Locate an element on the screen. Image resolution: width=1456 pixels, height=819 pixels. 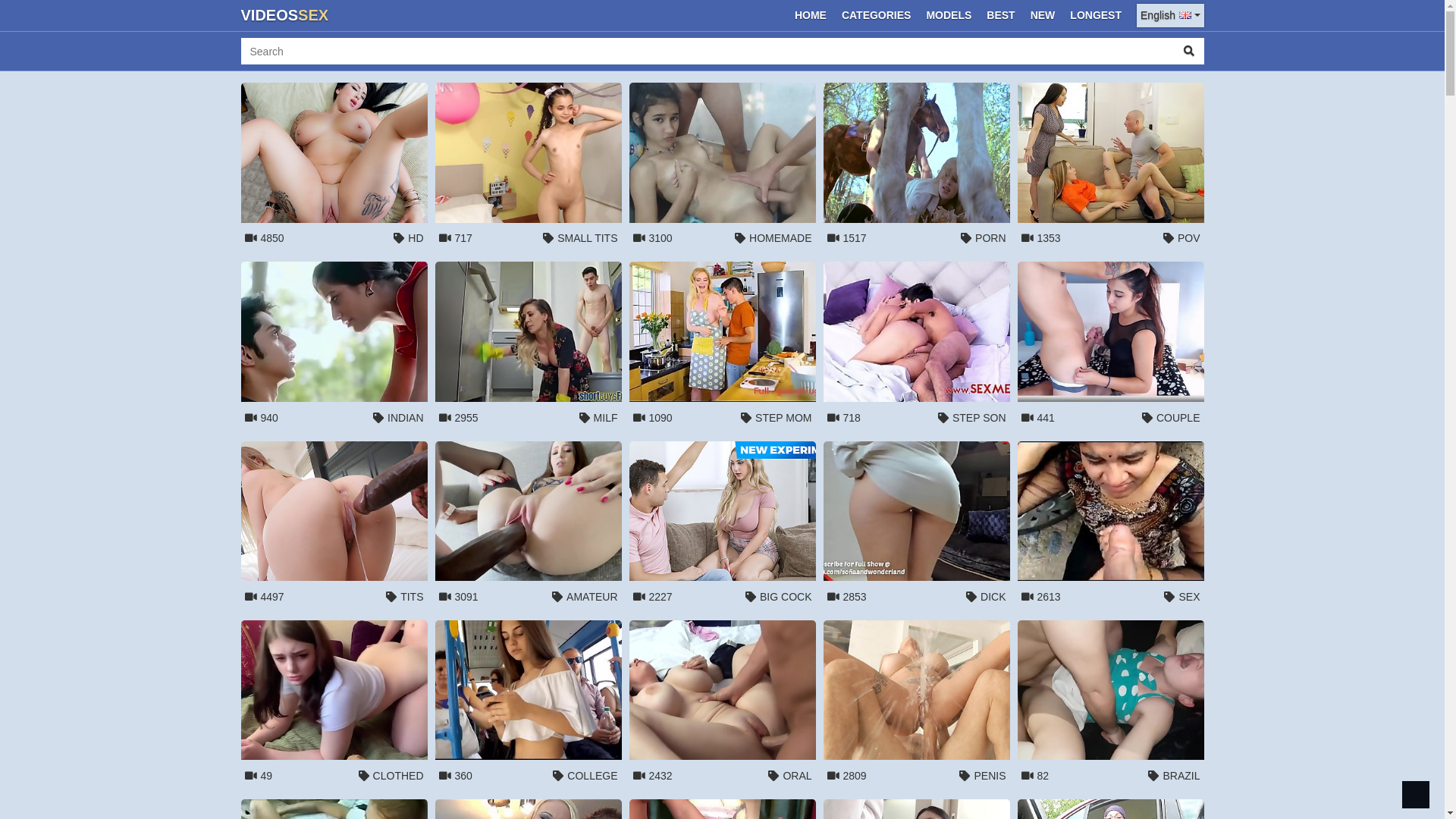
'2955 is located at coordinates (528, 347).